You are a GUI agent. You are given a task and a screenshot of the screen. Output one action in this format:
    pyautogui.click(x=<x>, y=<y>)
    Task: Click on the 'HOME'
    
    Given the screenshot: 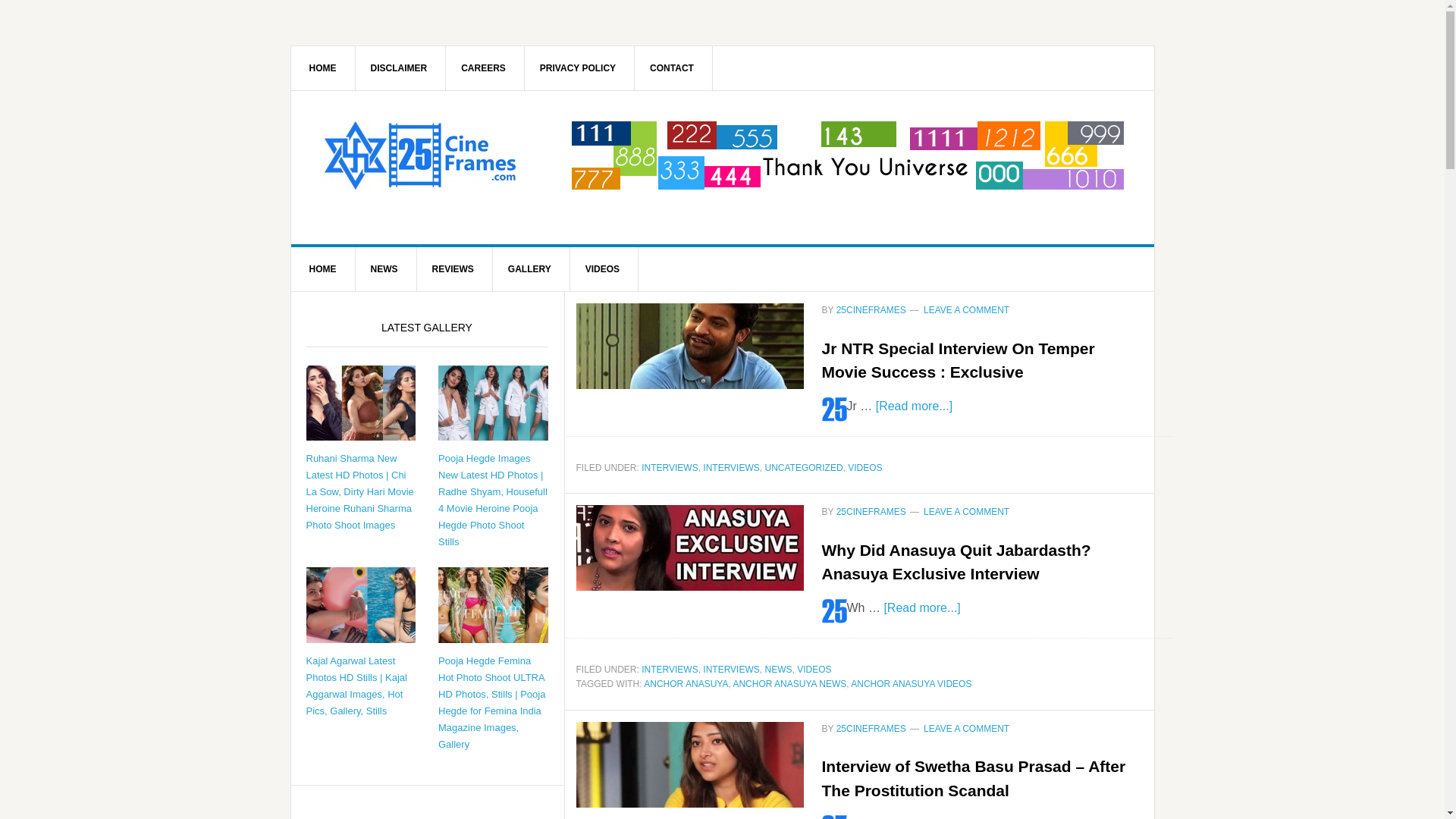 What is the action you would take?
    pyautogui.click(x=322, y=268)
    